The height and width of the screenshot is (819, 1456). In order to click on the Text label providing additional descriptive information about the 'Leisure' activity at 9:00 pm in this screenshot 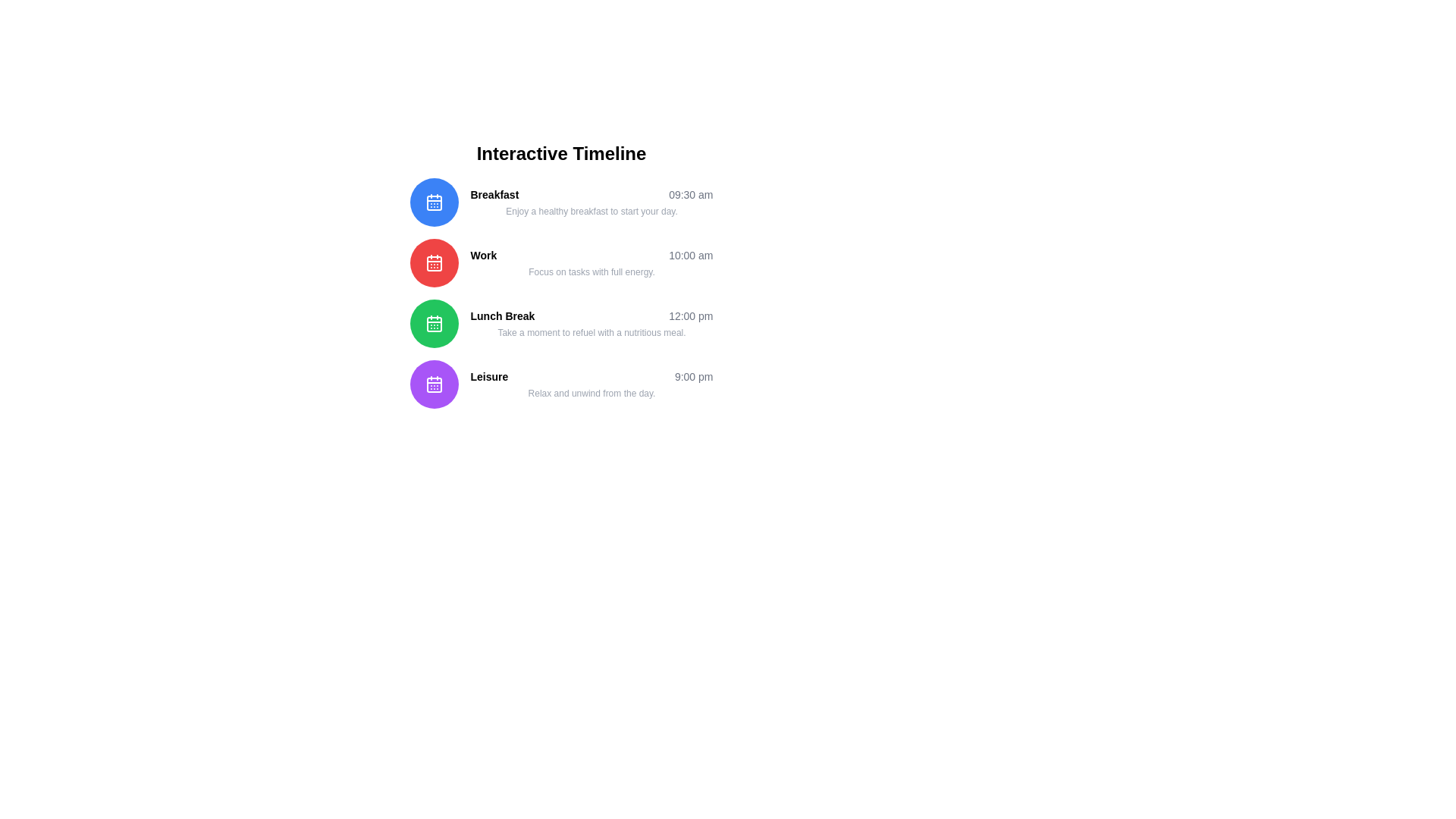, I will do `click(591, 393)`.